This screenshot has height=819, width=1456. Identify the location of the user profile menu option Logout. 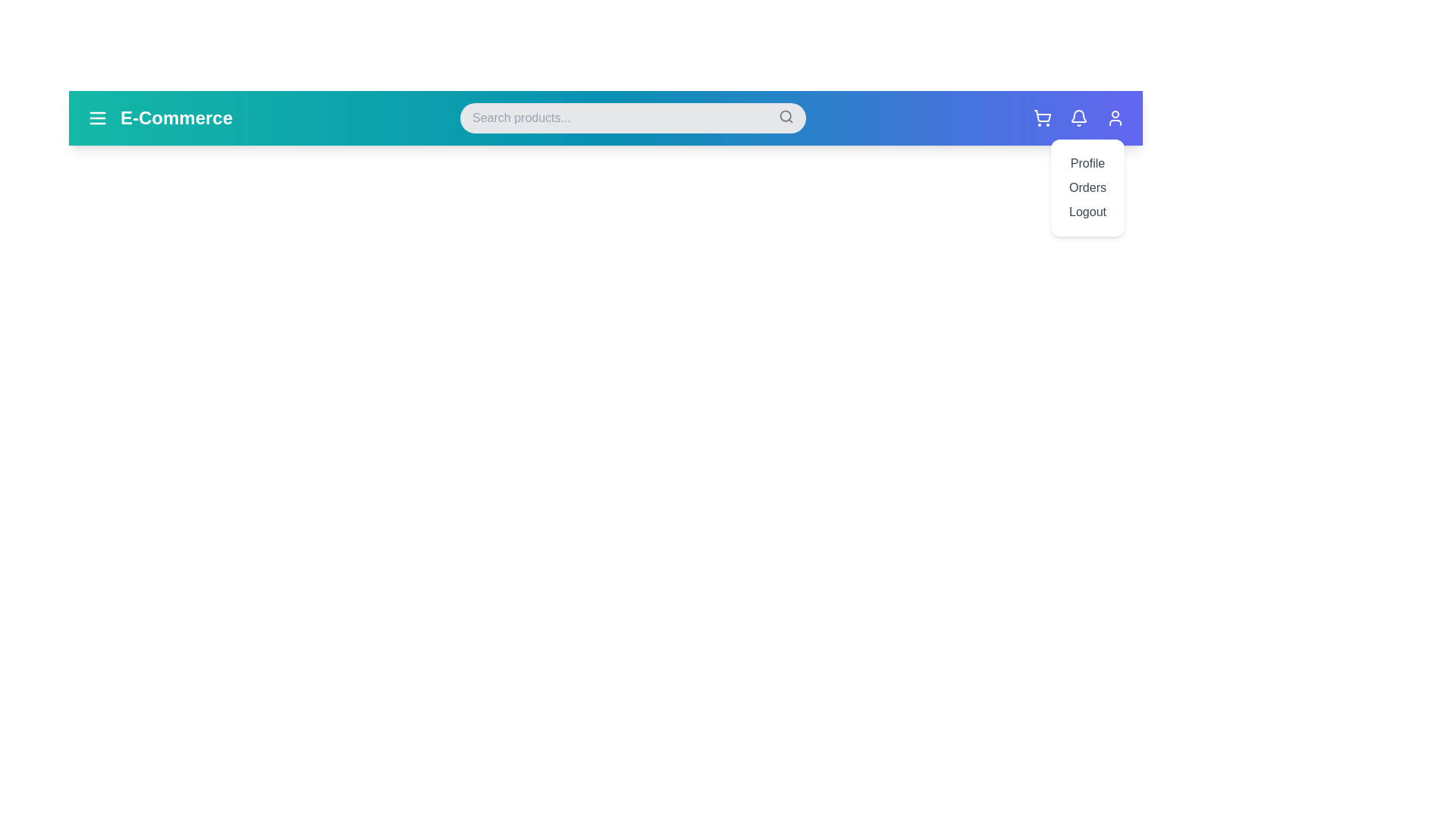
(1087, 212).